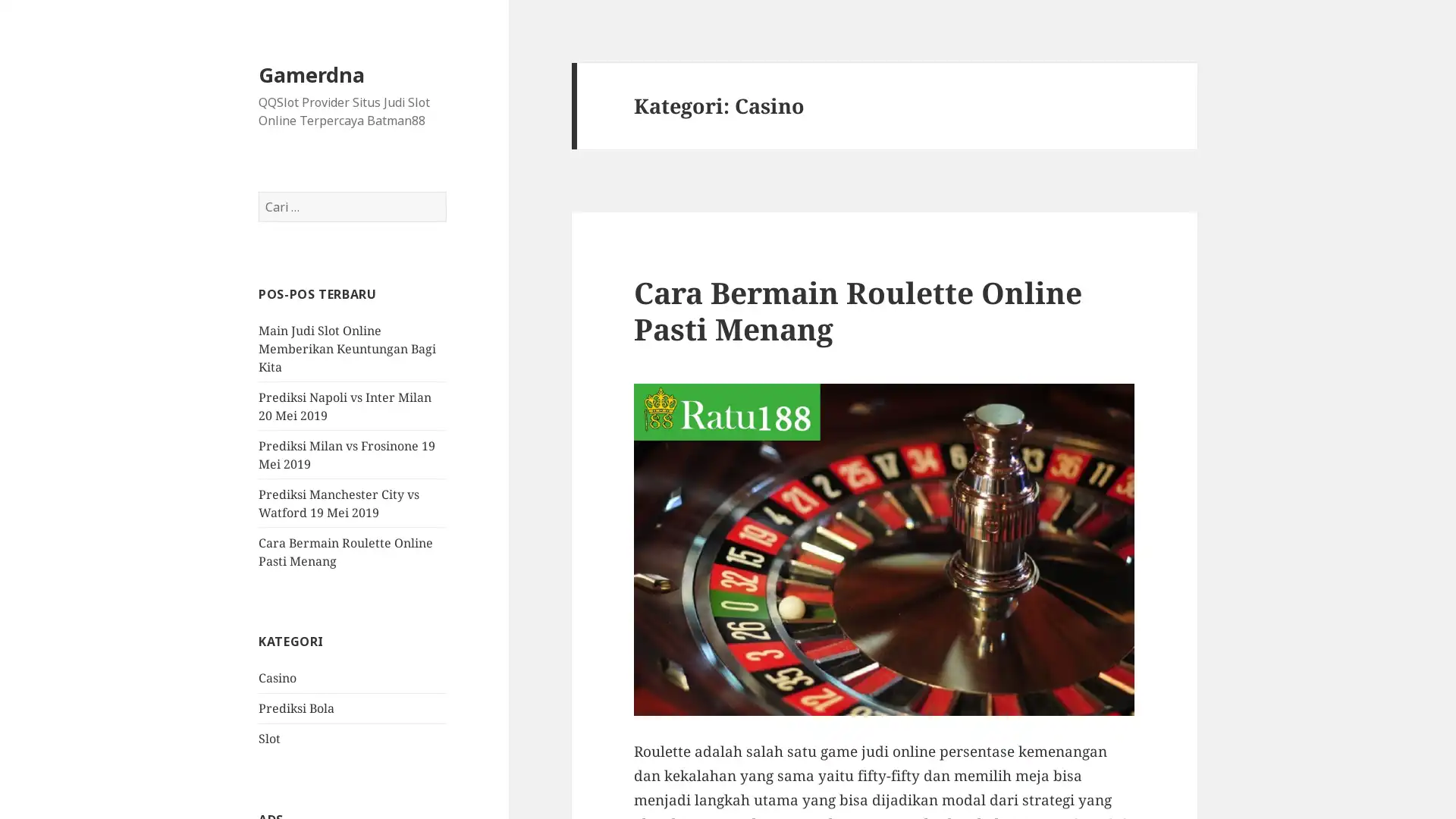 This screenshot has height=819, width=1456. Describe the element at coordinates (445, 191) in the screenshot. I see `Cari` at that location.